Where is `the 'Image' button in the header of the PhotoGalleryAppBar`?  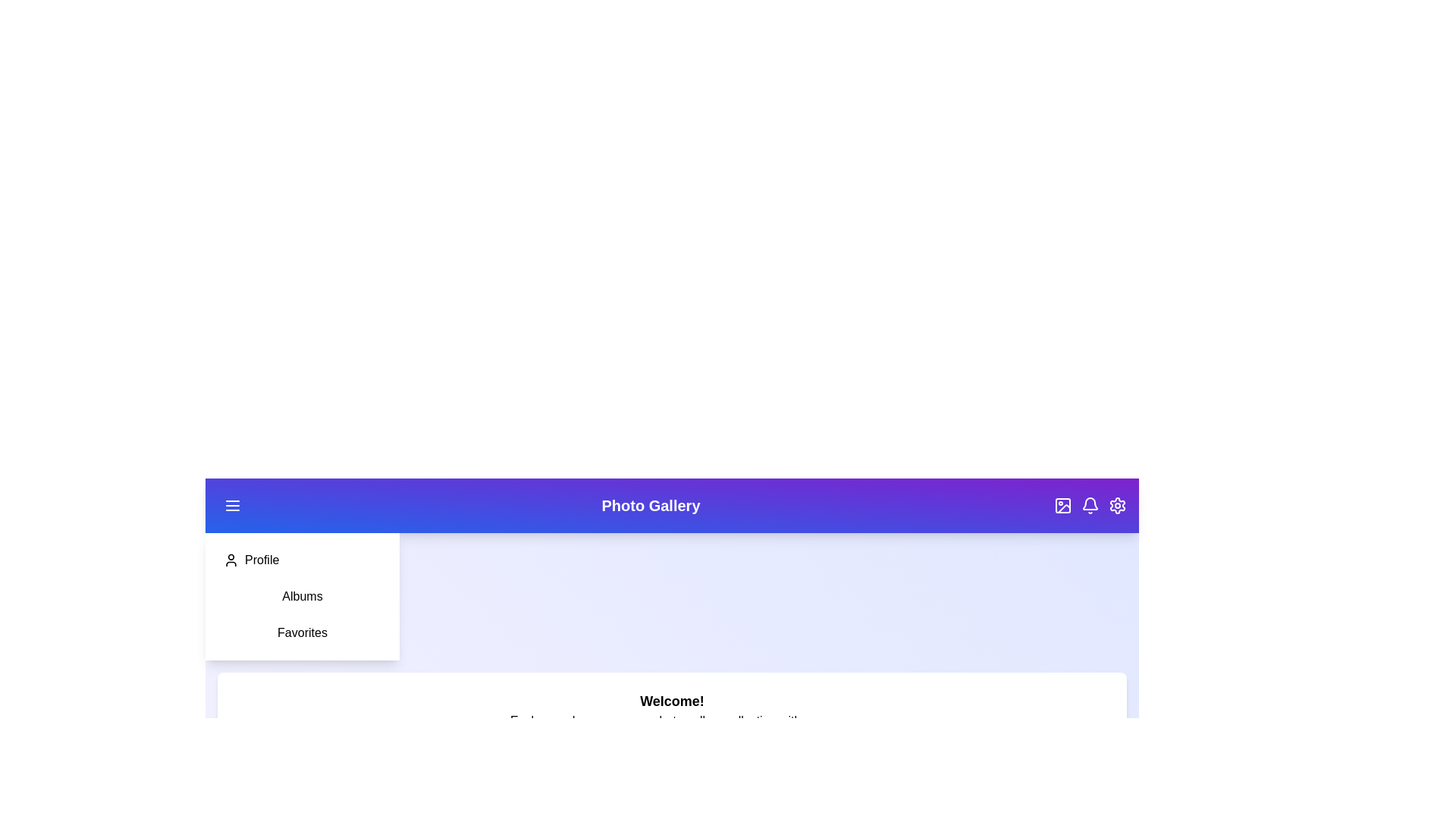 the 'Image' button in the header of the PhotoGalleryAppBar is located at coordinates (1062, 506).